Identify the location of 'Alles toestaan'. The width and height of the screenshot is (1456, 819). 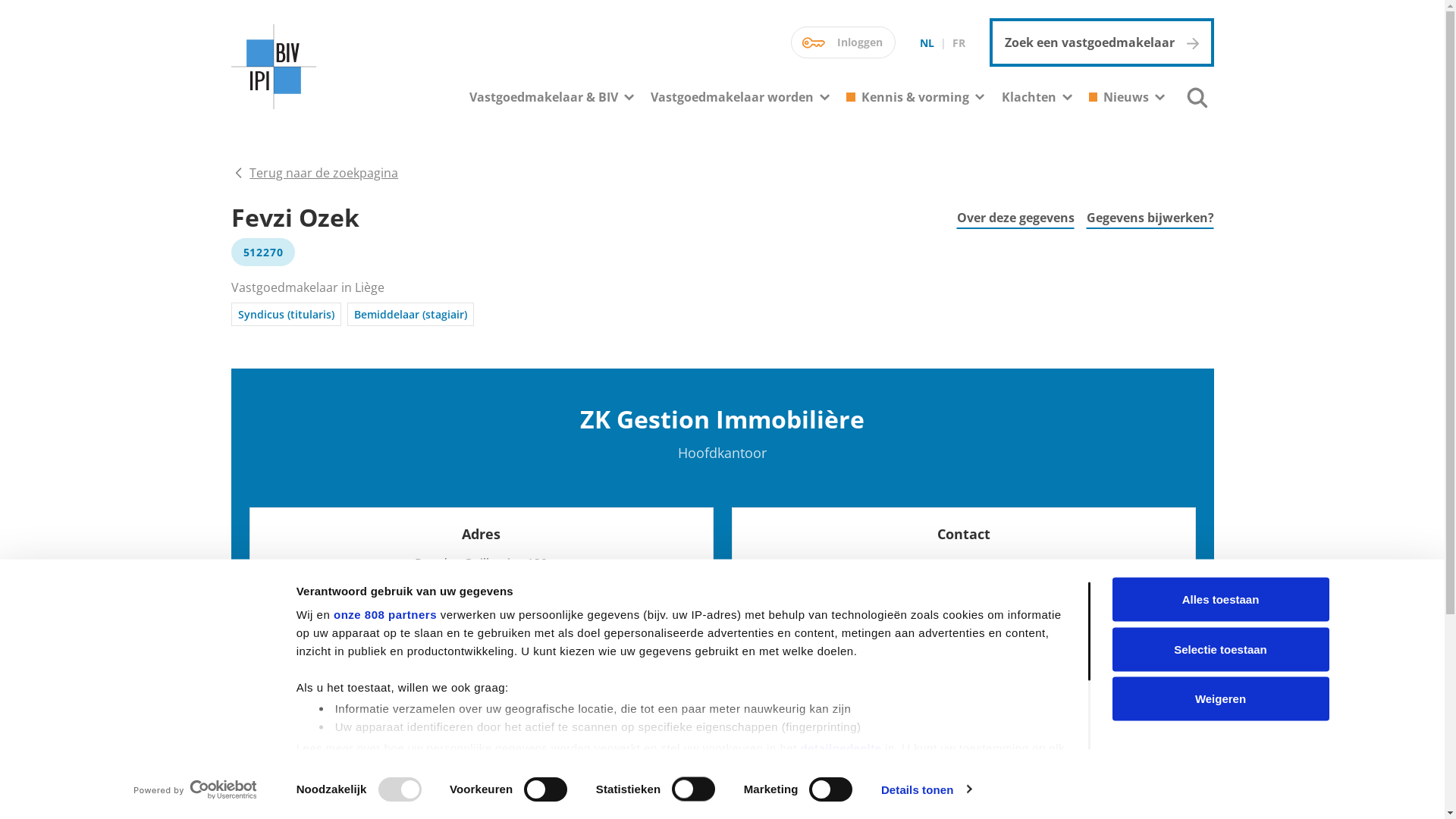
(1219, 598).